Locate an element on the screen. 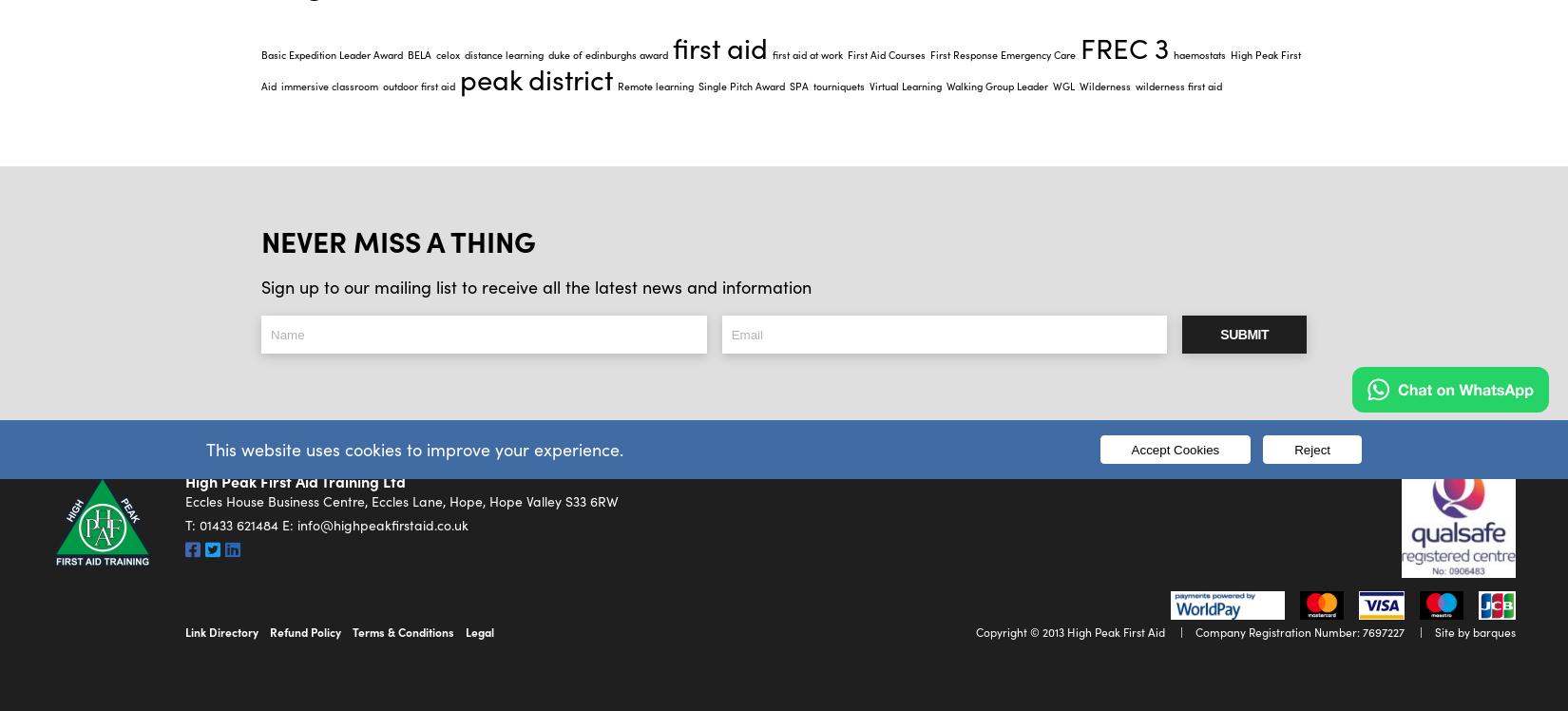 The height and width of the screenshot is (711, 1568). 'immersive classroom' is located at coordinates (329, 84).